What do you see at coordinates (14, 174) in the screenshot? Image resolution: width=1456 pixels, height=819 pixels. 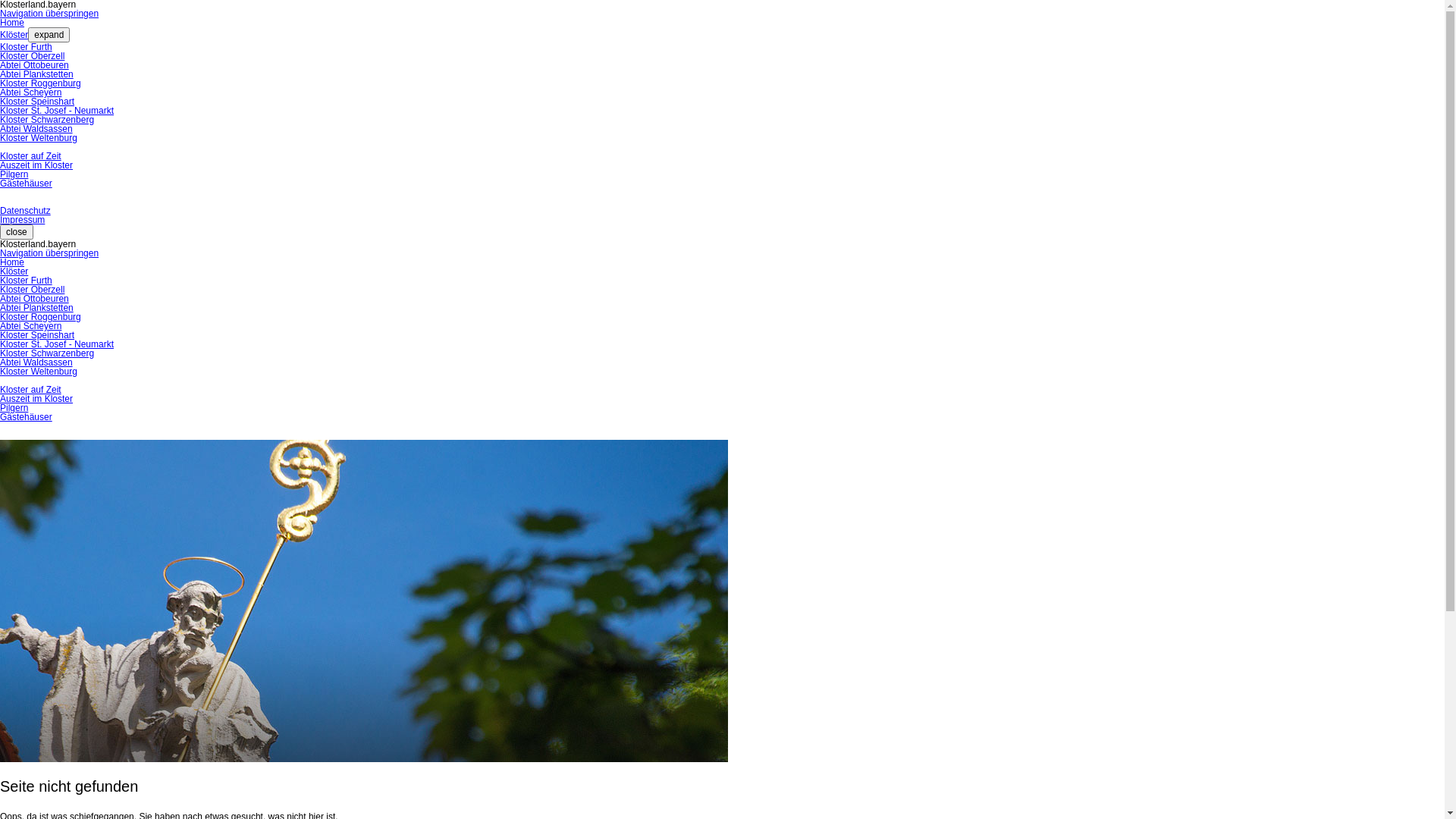 I see `'Pilgern'` at bounding box center [14, 174].